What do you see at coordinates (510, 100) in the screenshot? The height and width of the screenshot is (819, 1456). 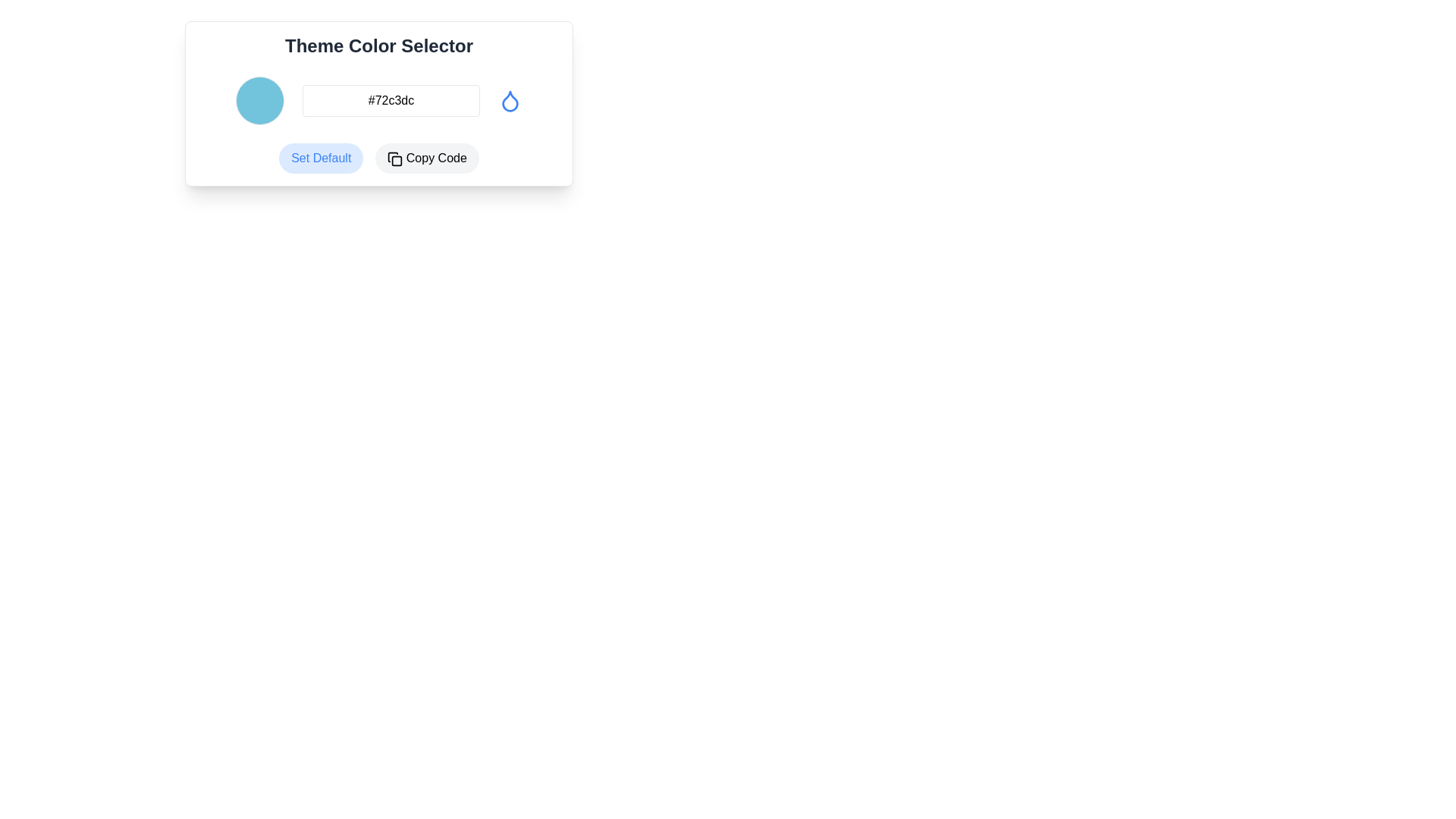 I see `the icon related to water or drop themes located on the right side of the color code input field` at bounding box center [510, 100].